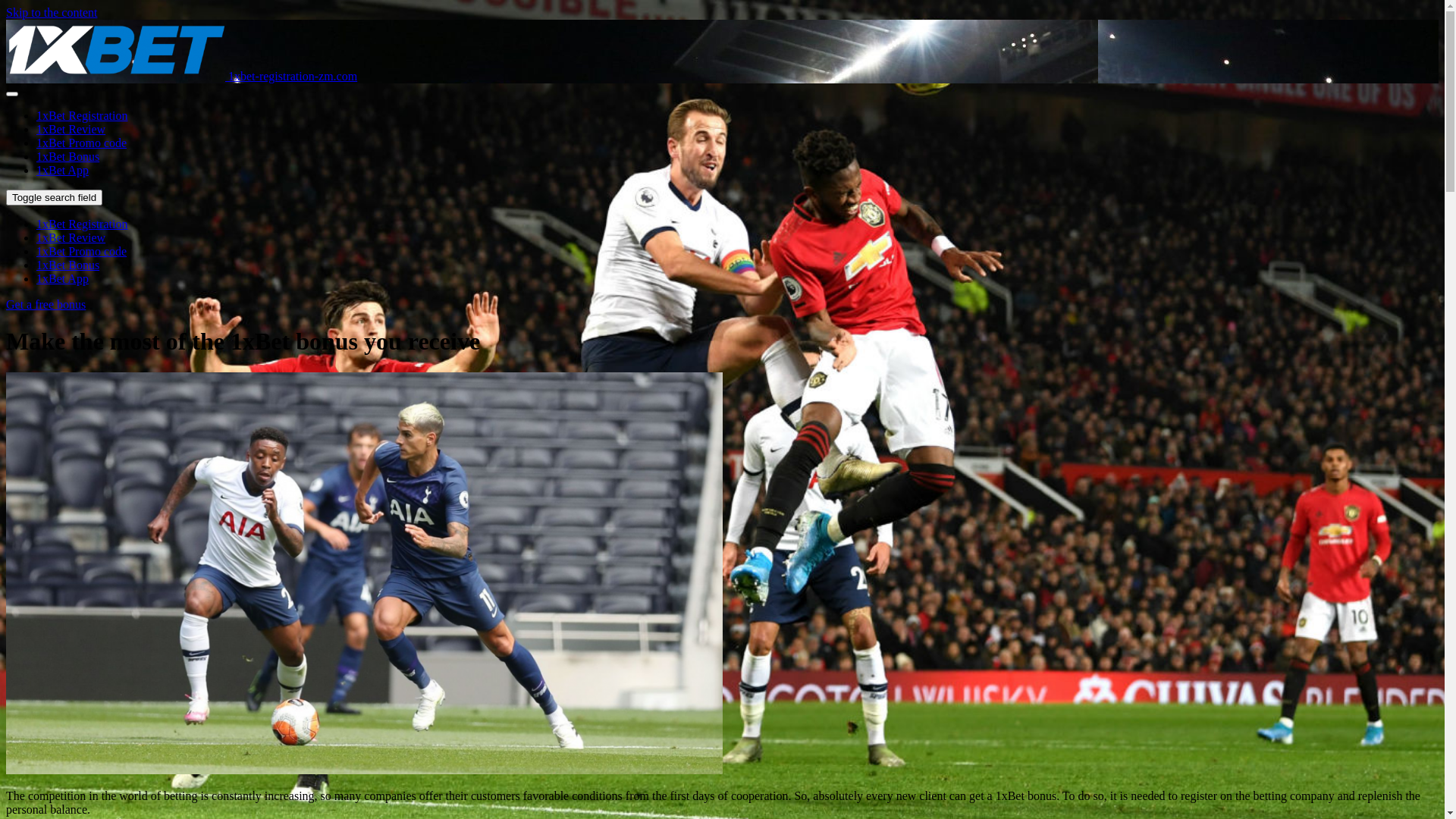  Describe the element at coordinates (6, 304) in the screenshot. I see `'Get a free bonus'` at that location.